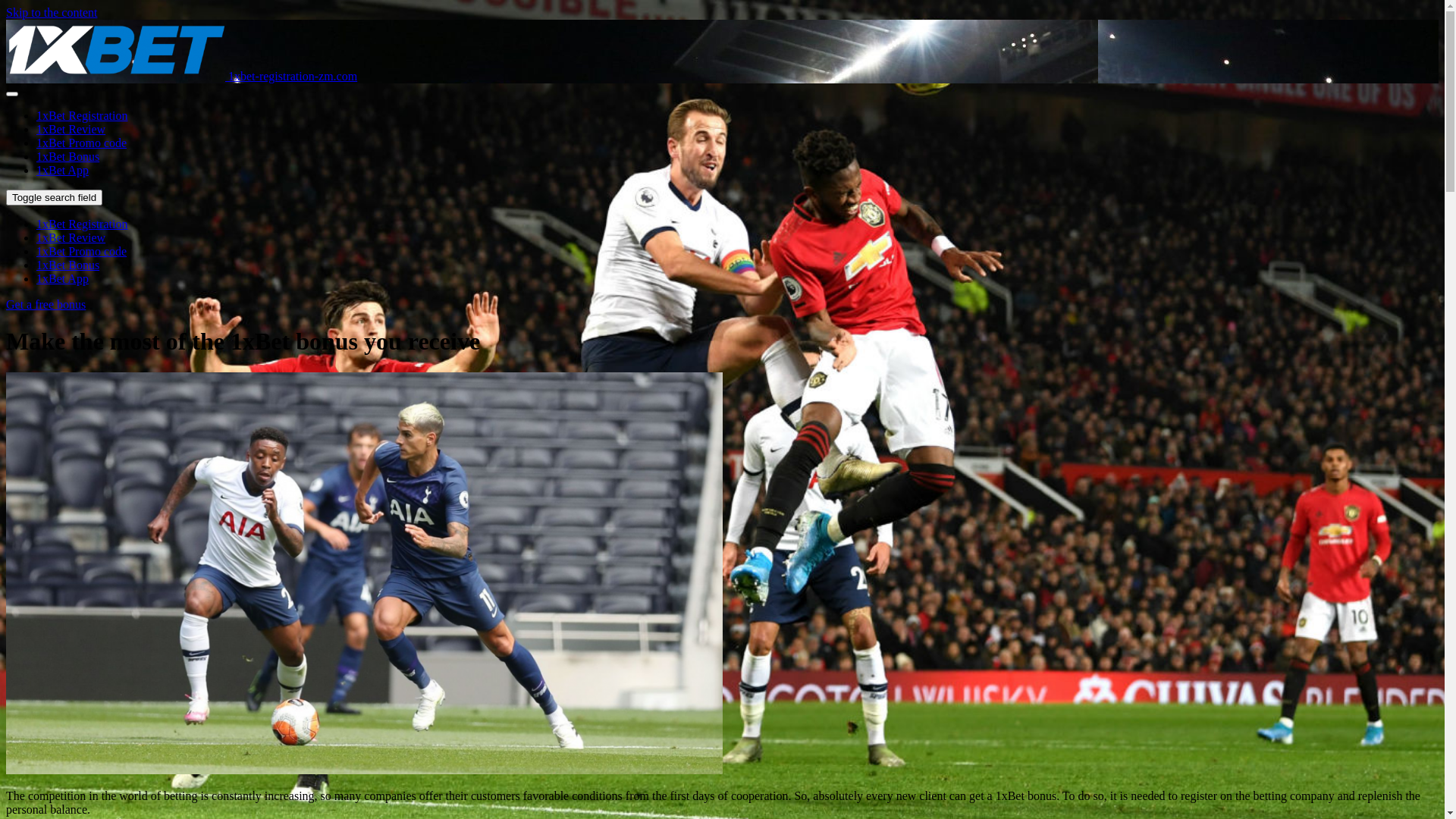  Describe the element at coordinates (6, 304) in the screenshot. I see `'Get a free bonus'` at that location.